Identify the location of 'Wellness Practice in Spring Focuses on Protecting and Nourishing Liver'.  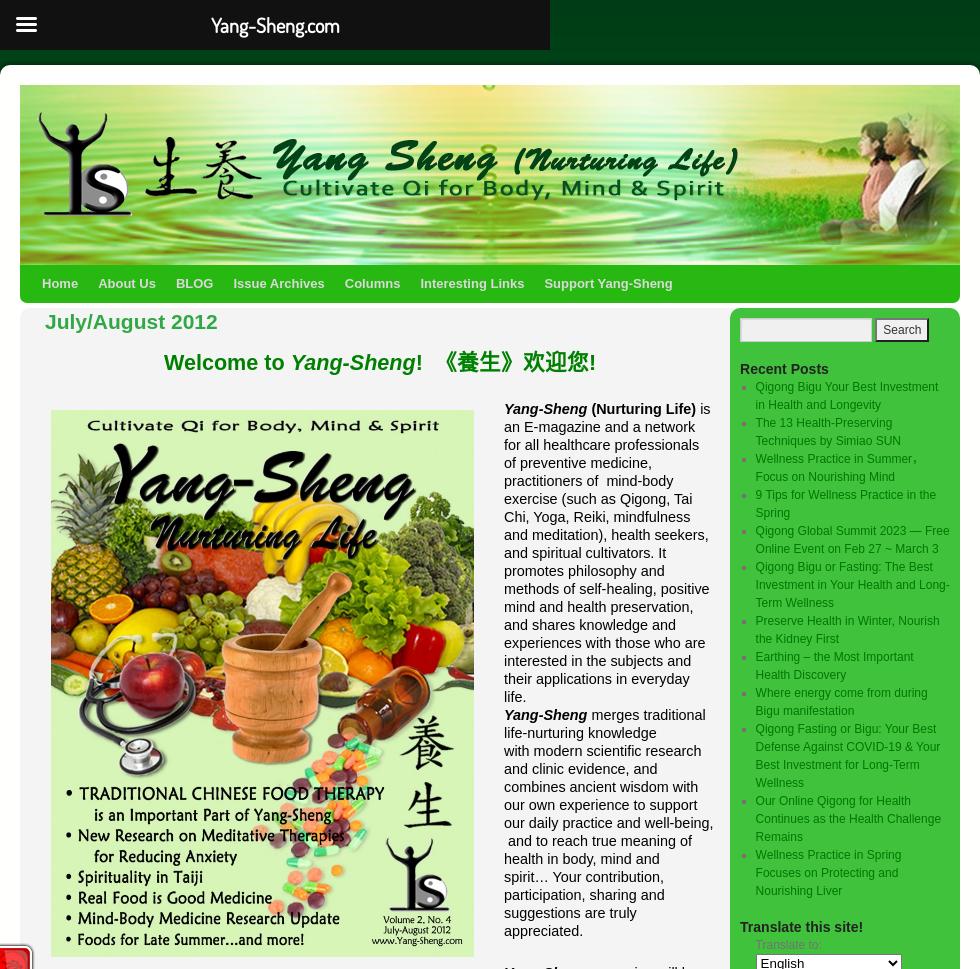
(828, 871).